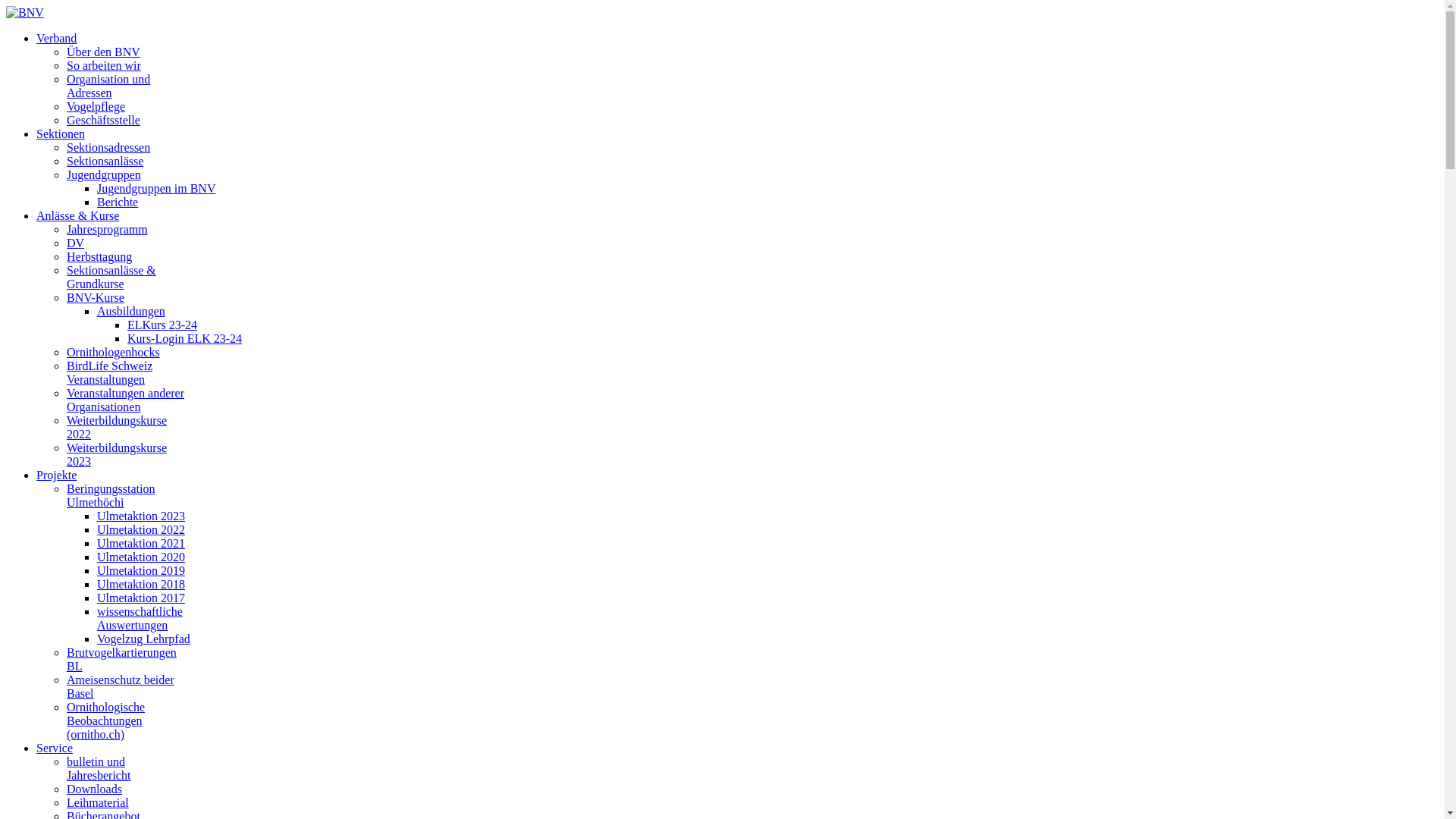 The height and width of the screenshot is (819, 1456). I want to click on 'Downloads', so click(93, 788).